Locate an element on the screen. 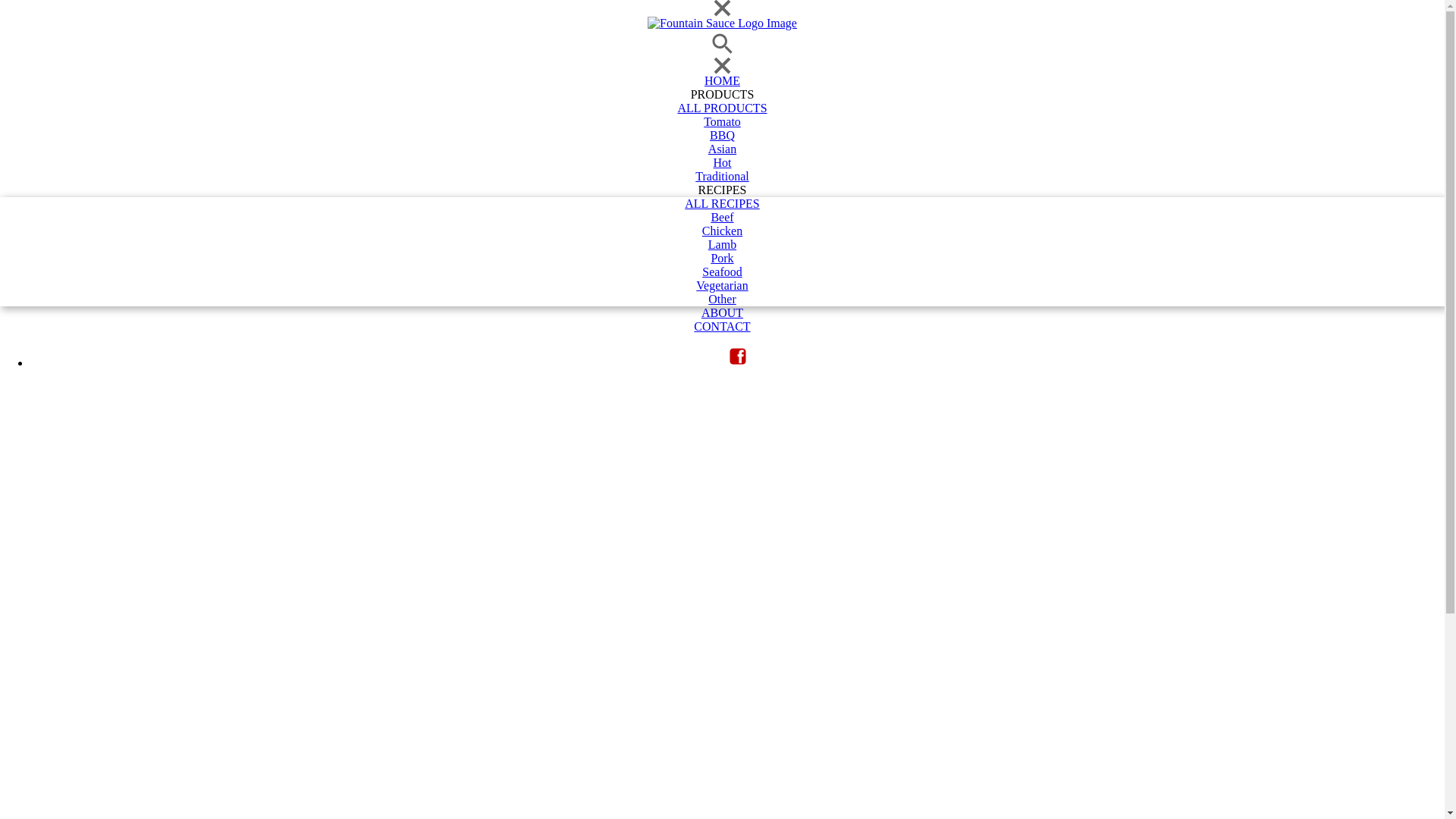 The height and width of the screenshot is (819, 1456). 'Facebook' is located at coordinates (737, 356).